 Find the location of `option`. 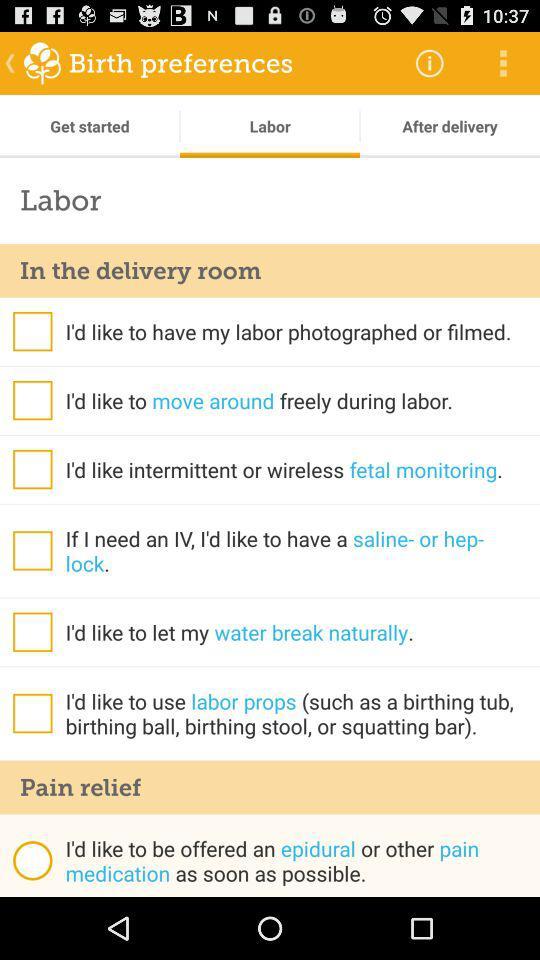

option is located at coordinates (31, 713).